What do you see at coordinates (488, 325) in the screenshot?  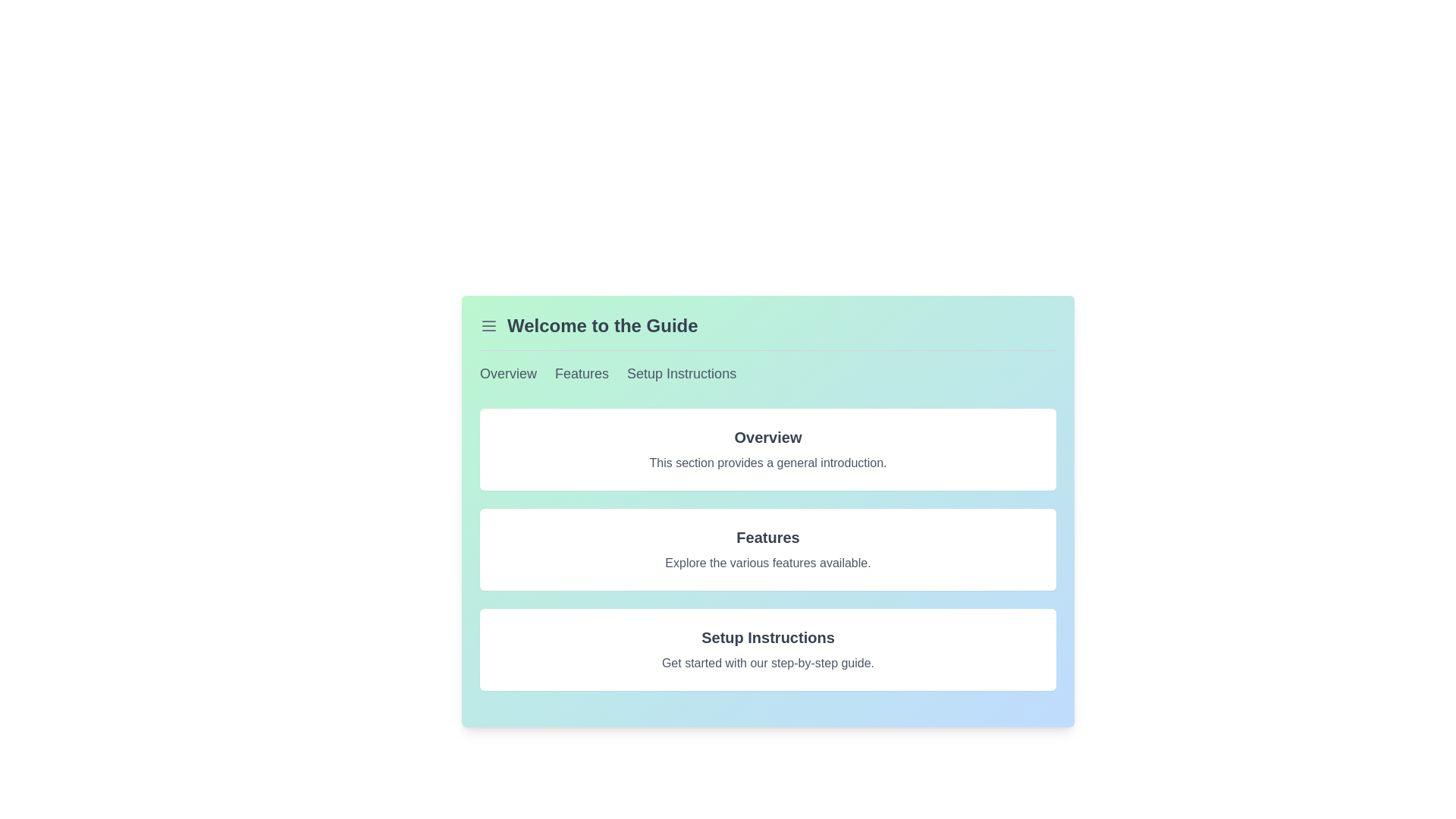 I see `the hamburger menu icon, which is styled with three horizontal gray lines and located at the top-left corner of the card section` at bounding box center [488, 325].